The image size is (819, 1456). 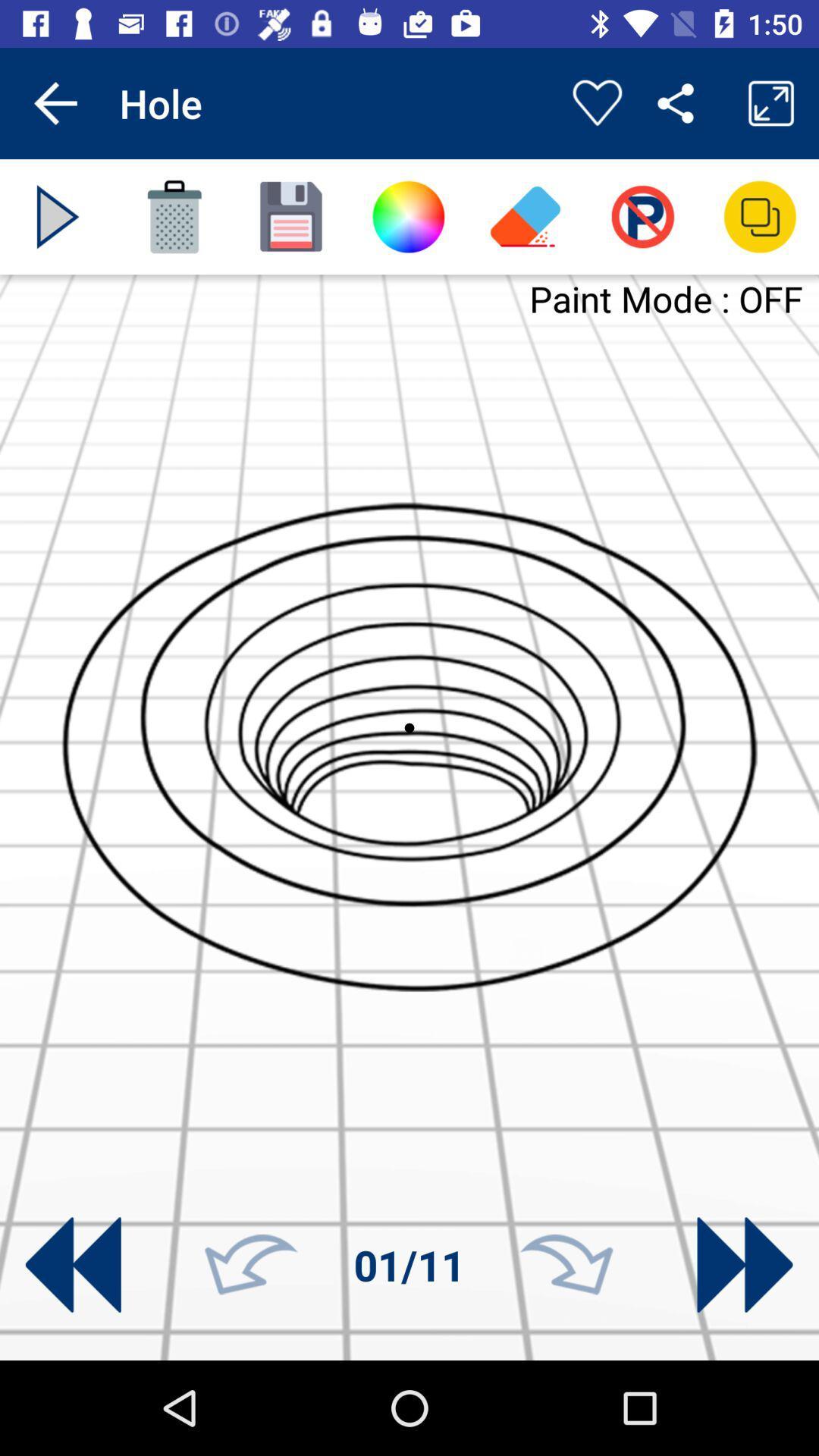 What do you see at coordinates (73, 1265) in the screenshot?
I see `rewind` at bounding box center [73, 1265].